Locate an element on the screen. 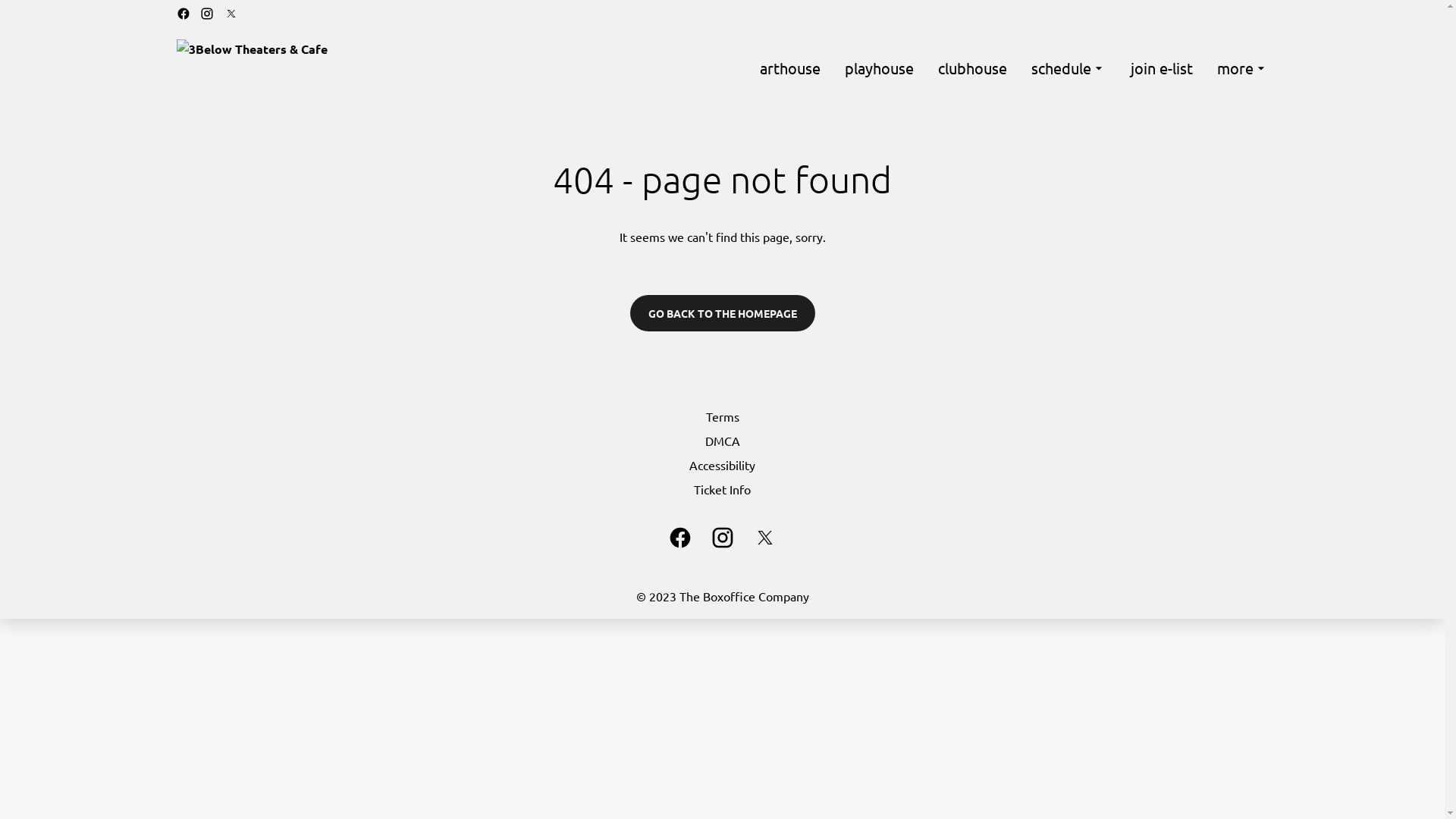 The image size is (1456, 819). 'Terms' is located at coordinates (720, 416).